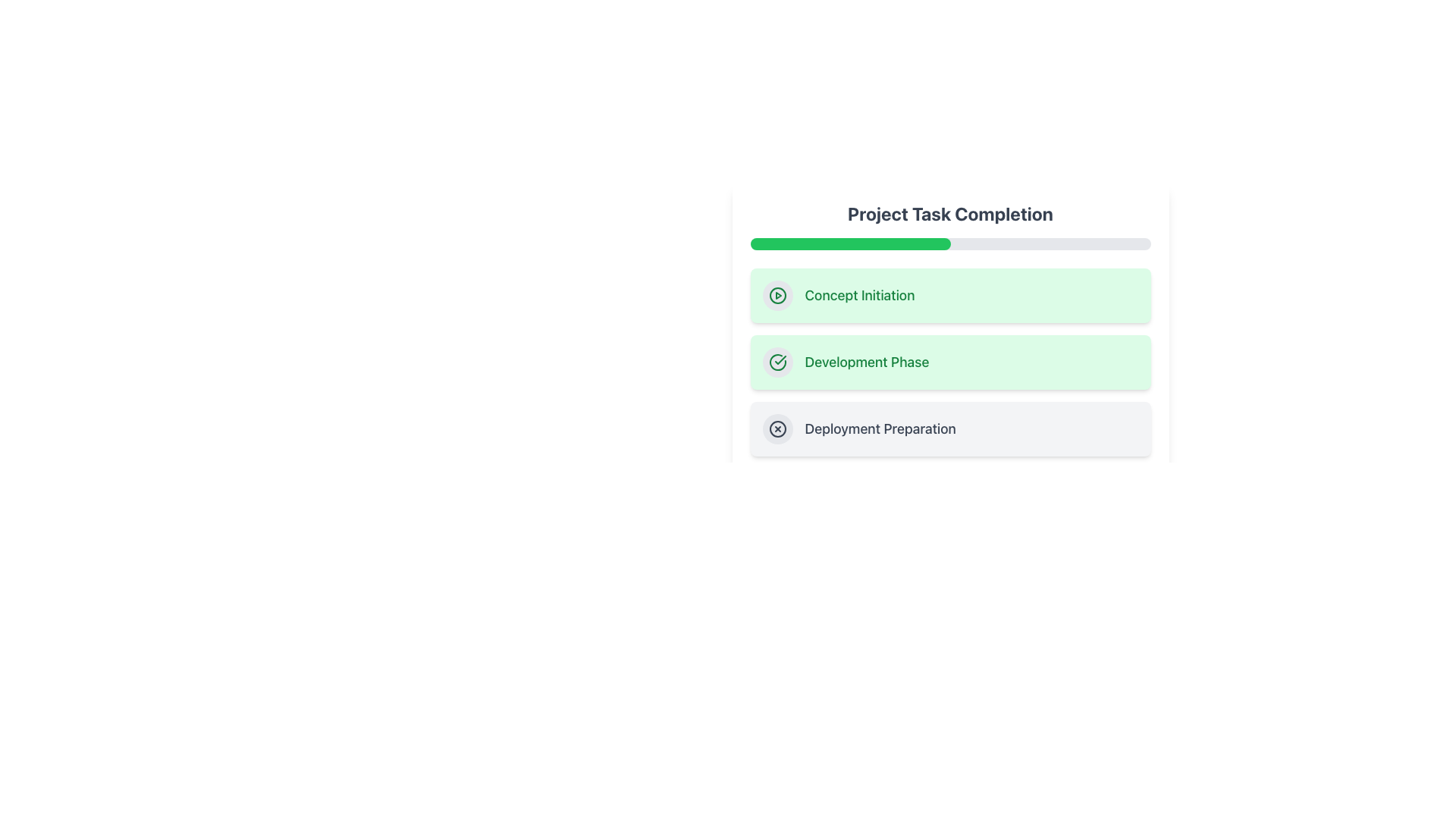 The image size is (1456, 819). I want to click on the text label displaying 'Project Task Completion', which is a prominent title in bold, large, dark gray font positioned at the top of the card-like interface box, so click(949, 213).